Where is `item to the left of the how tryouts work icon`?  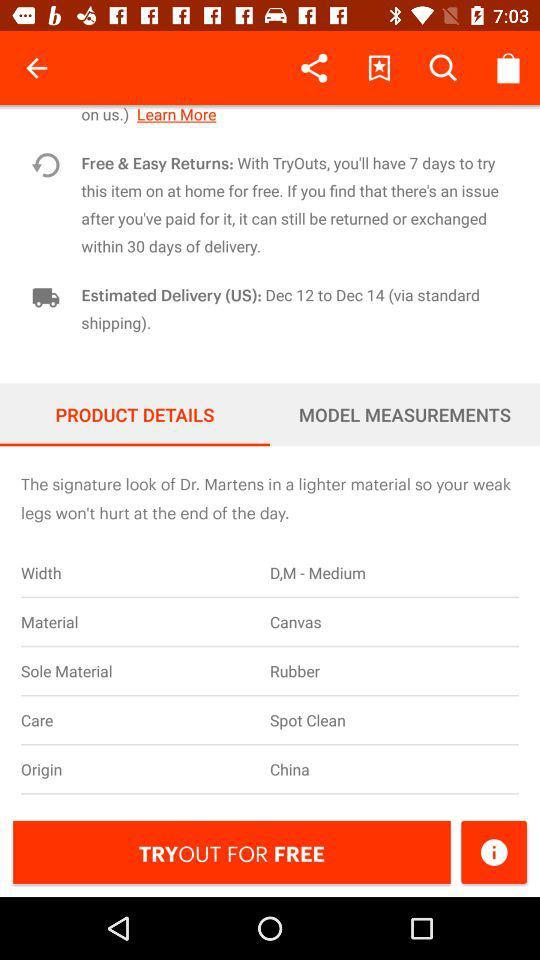
item to the left of the how tryouts work icon is located at coordinates (36, 68).